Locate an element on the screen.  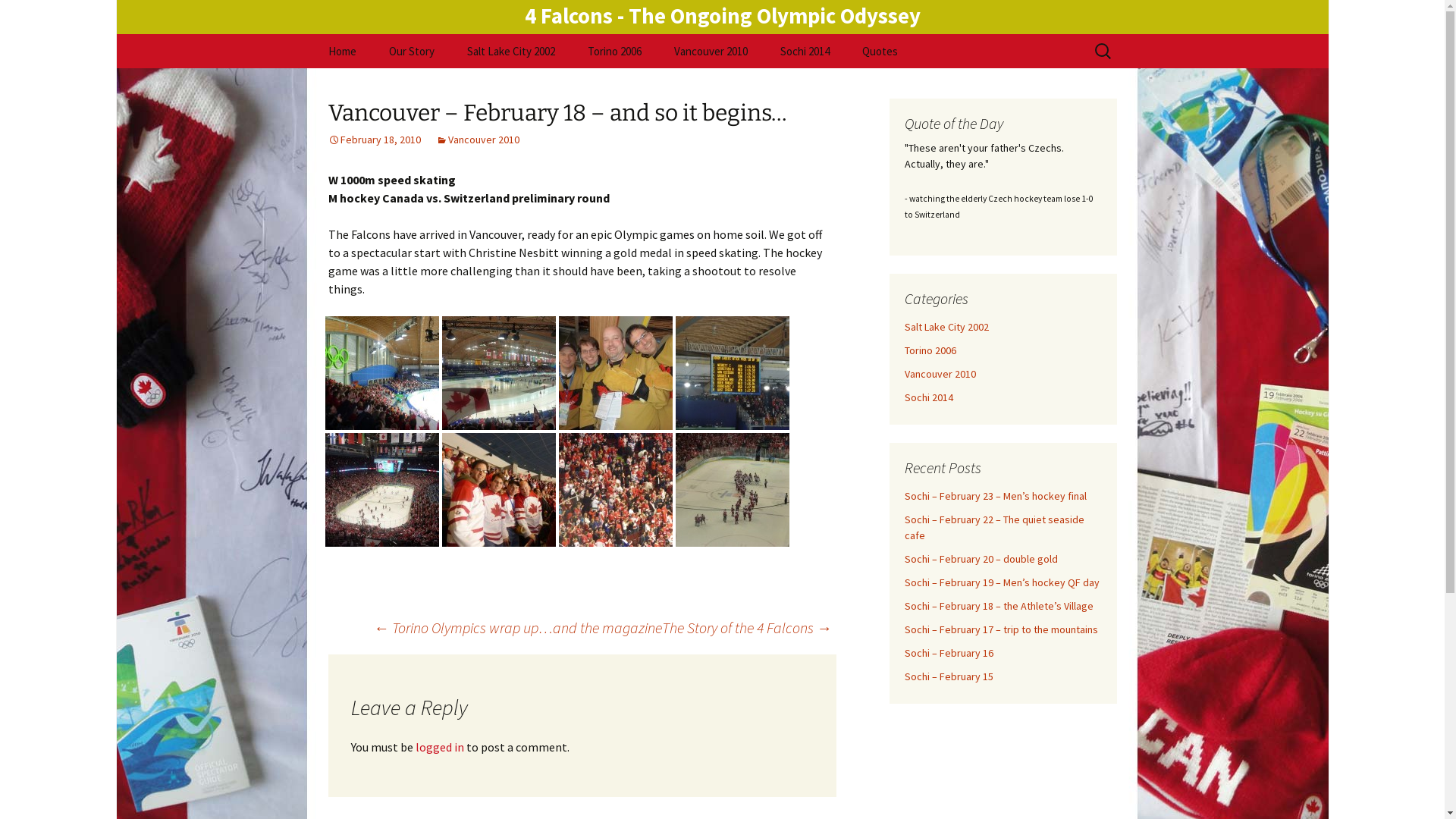
'Salt Lake City 2002' is located at coordinates (945, 326).